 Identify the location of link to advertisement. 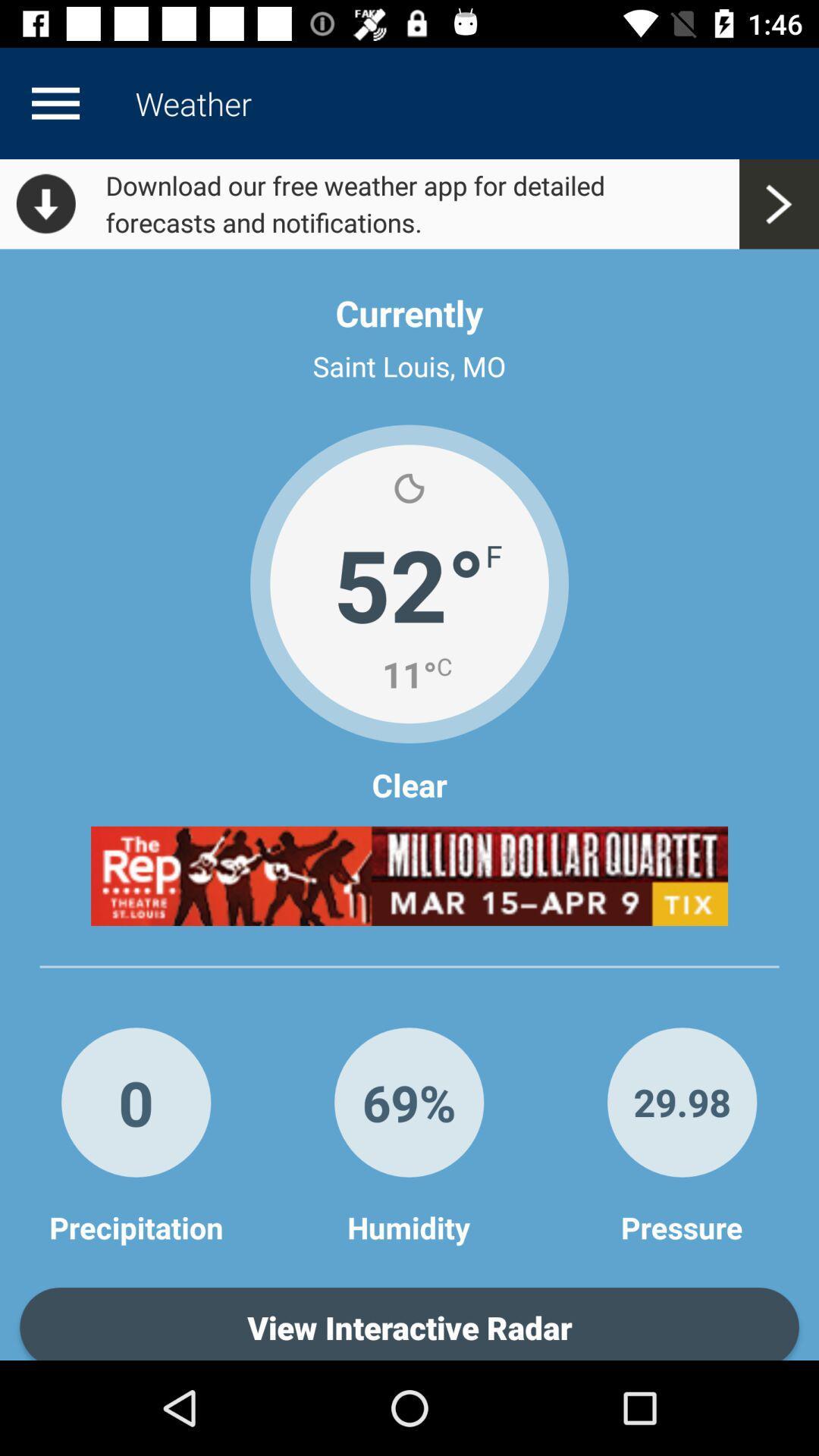
(409, 876).